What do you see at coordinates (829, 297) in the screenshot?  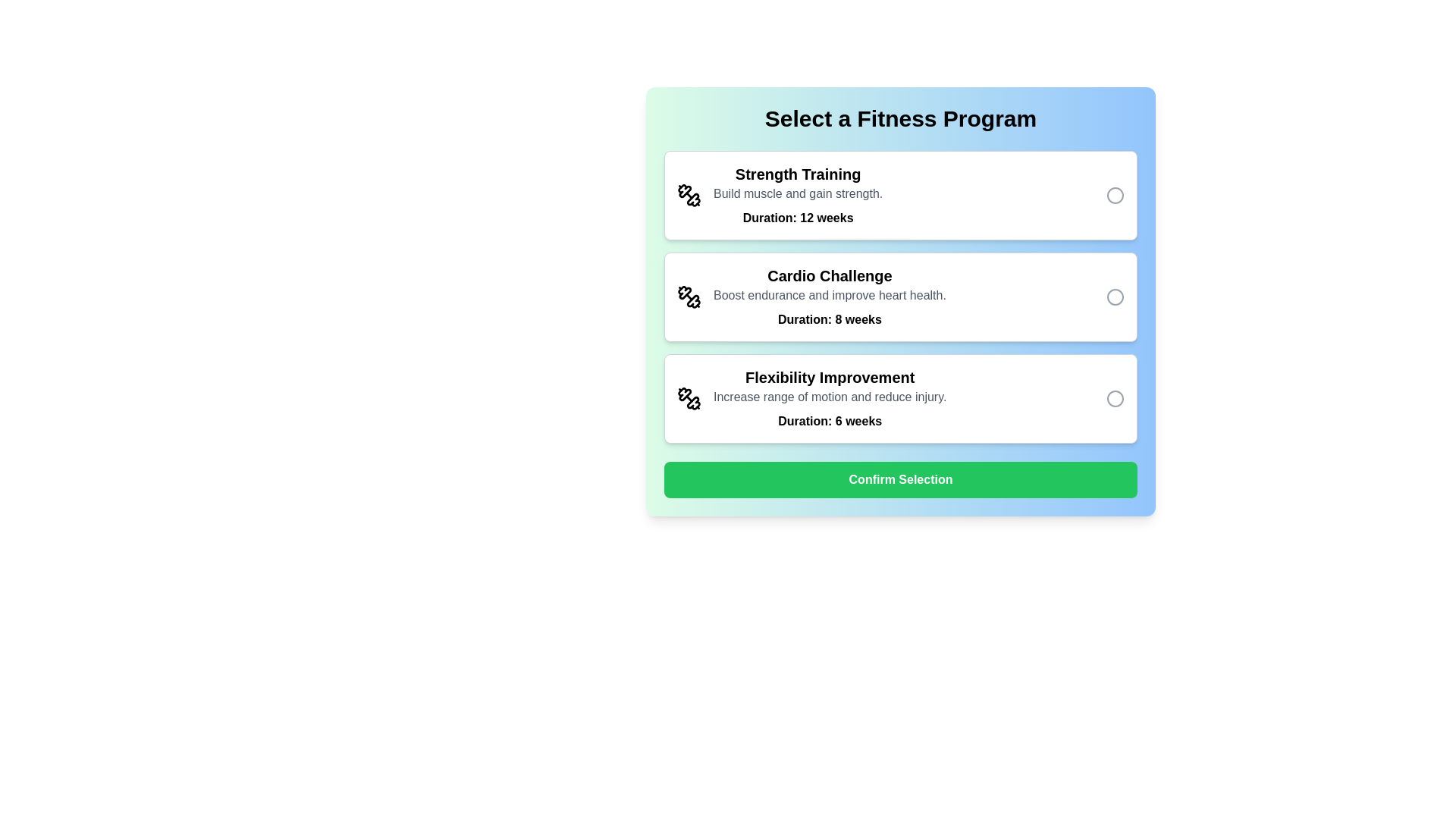 I see `the Information Panel that displays details about the fitness program, located as the second card in a vertical list of three fitness program cards` at bounding box center [829, 297].